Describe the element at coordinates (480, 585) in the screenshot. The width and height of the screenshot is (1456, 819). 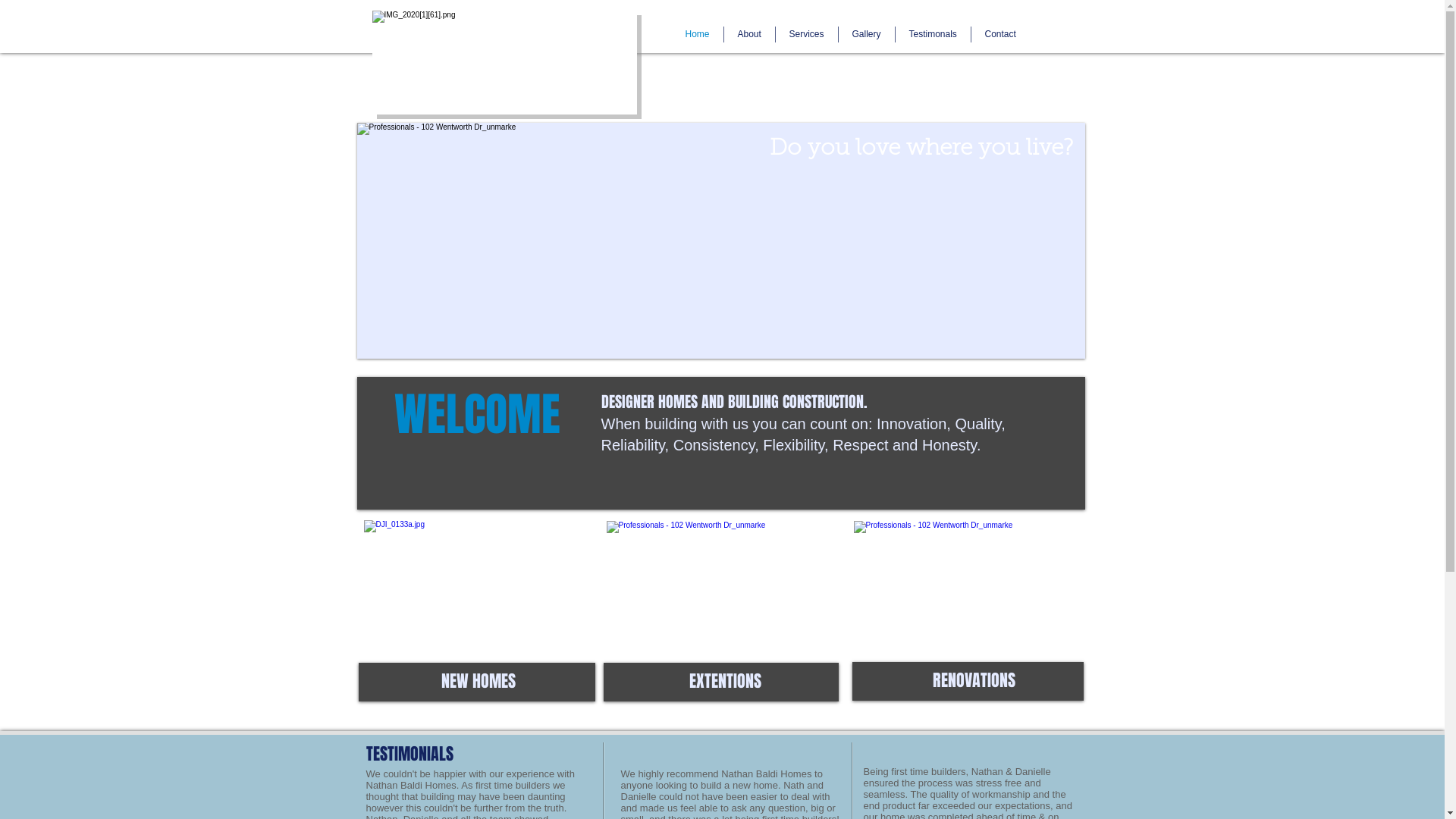
I see `'main.jpg'` at that location.